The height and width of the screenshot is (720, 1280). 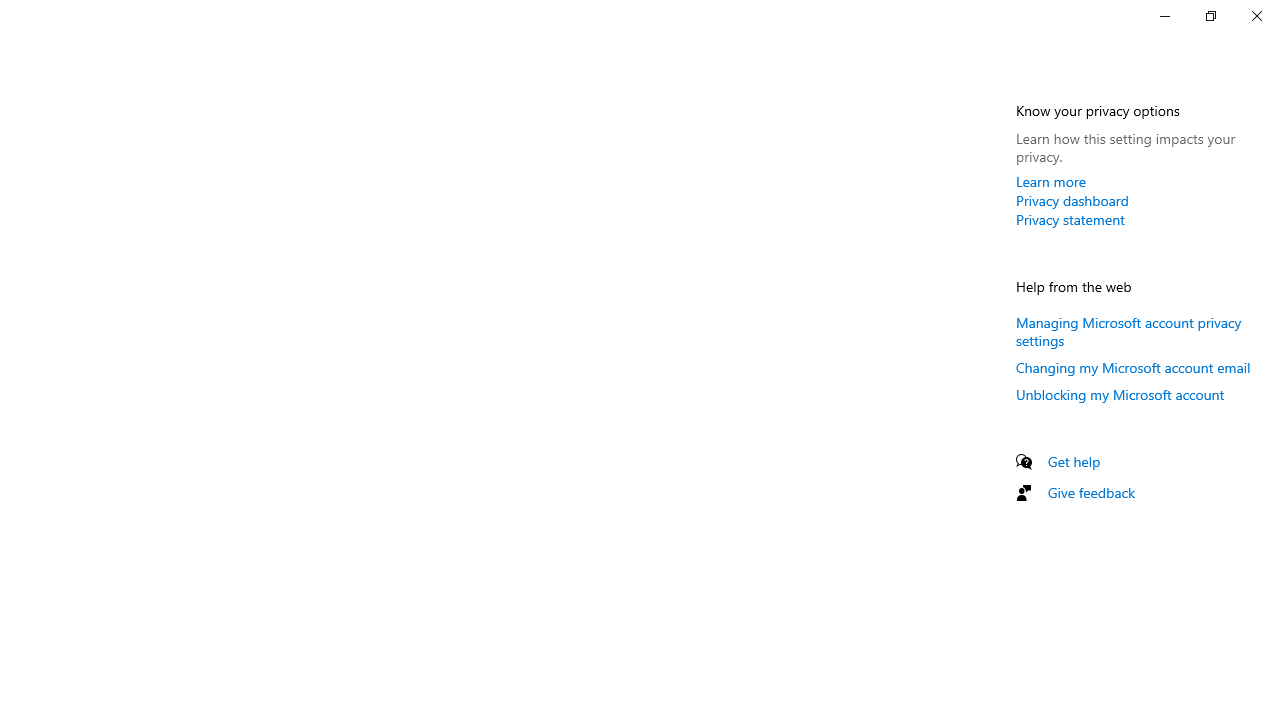 I want to click on 'Unblocking my Microsoft account', so click(x=1120, y=394).